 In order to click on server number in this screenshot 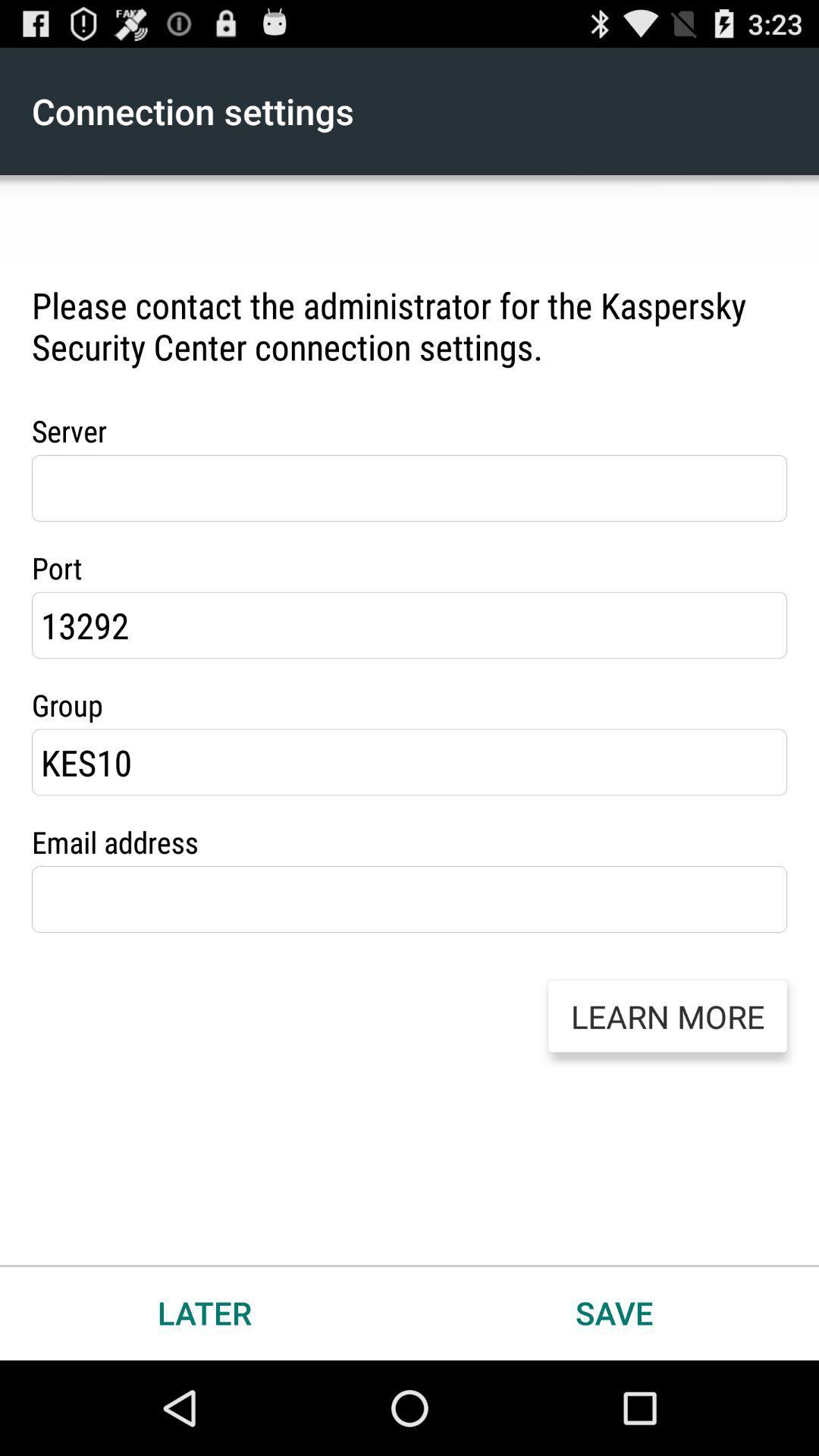, I will do `click(409, 488)`.